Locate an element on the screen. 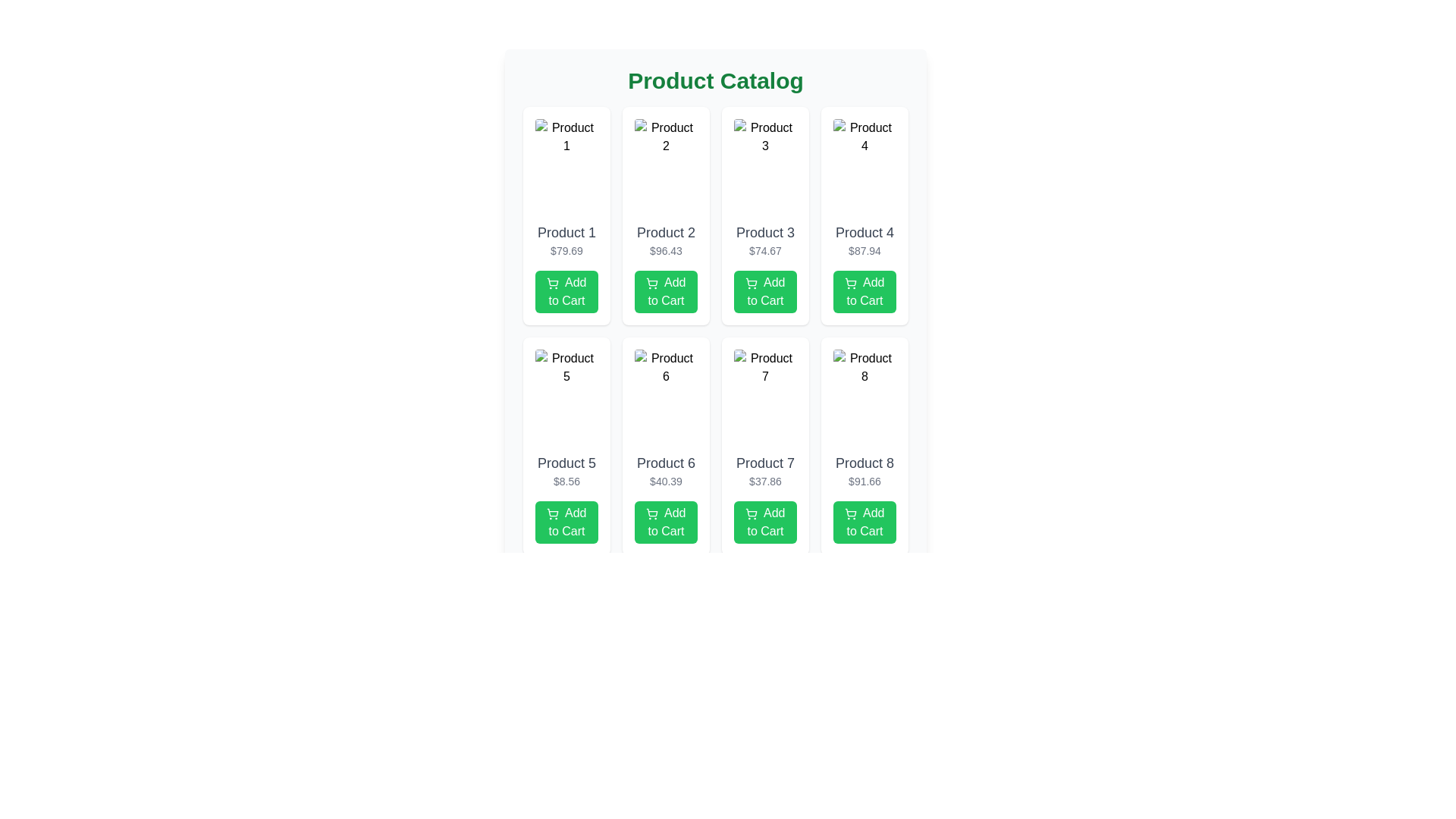  the green 'Add to Cart' button with a shopping cart icon located at the bottom of the product card for 'Product 2' priced at $96.43 is located at coordinates (666, 292).